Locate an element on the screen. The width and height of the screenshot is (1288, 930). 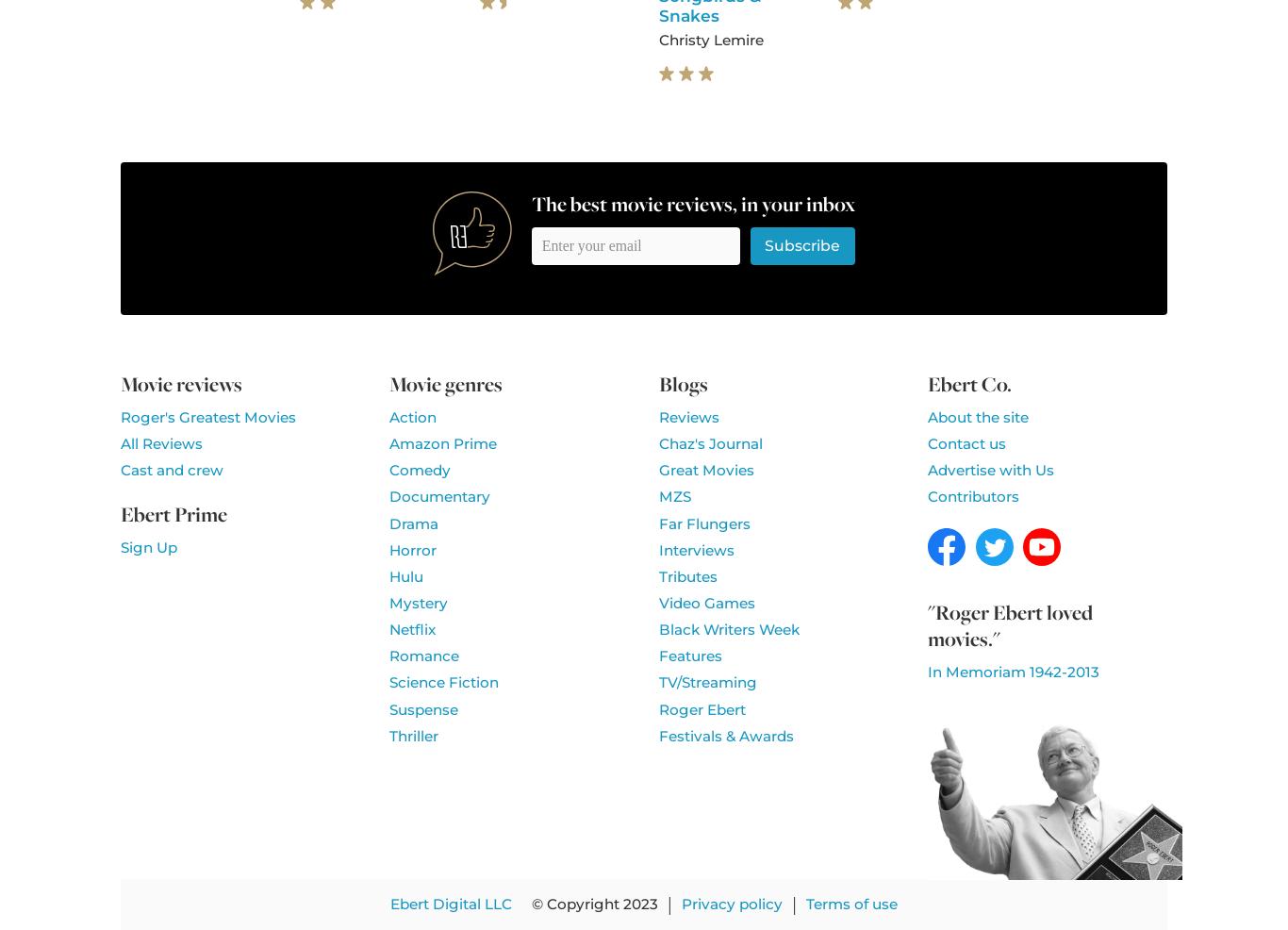
'Contact us' is located at coordinates (966, 443).